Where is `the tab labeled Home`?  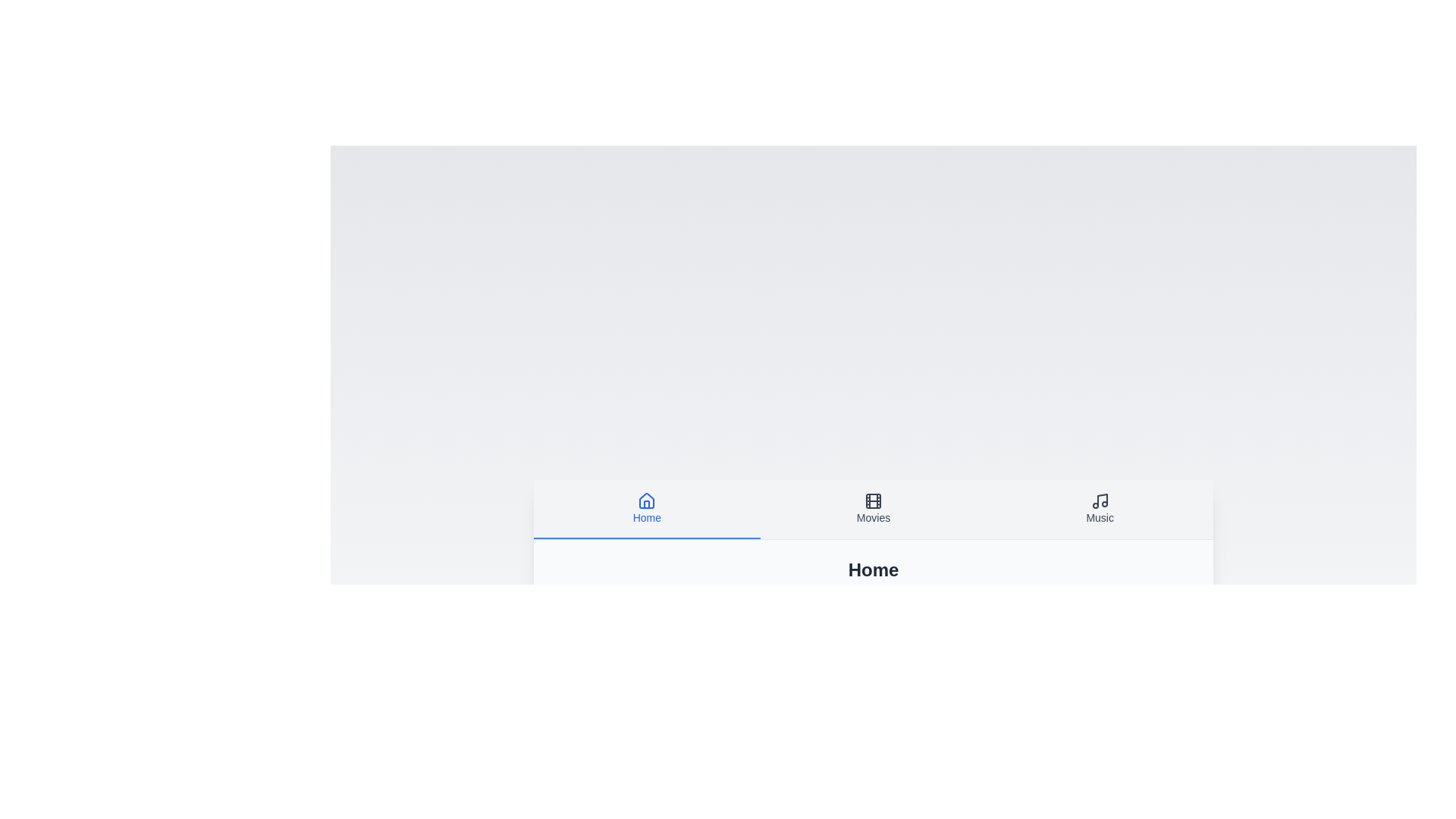 the tab labeled Home is located at coordinates (647, 509).